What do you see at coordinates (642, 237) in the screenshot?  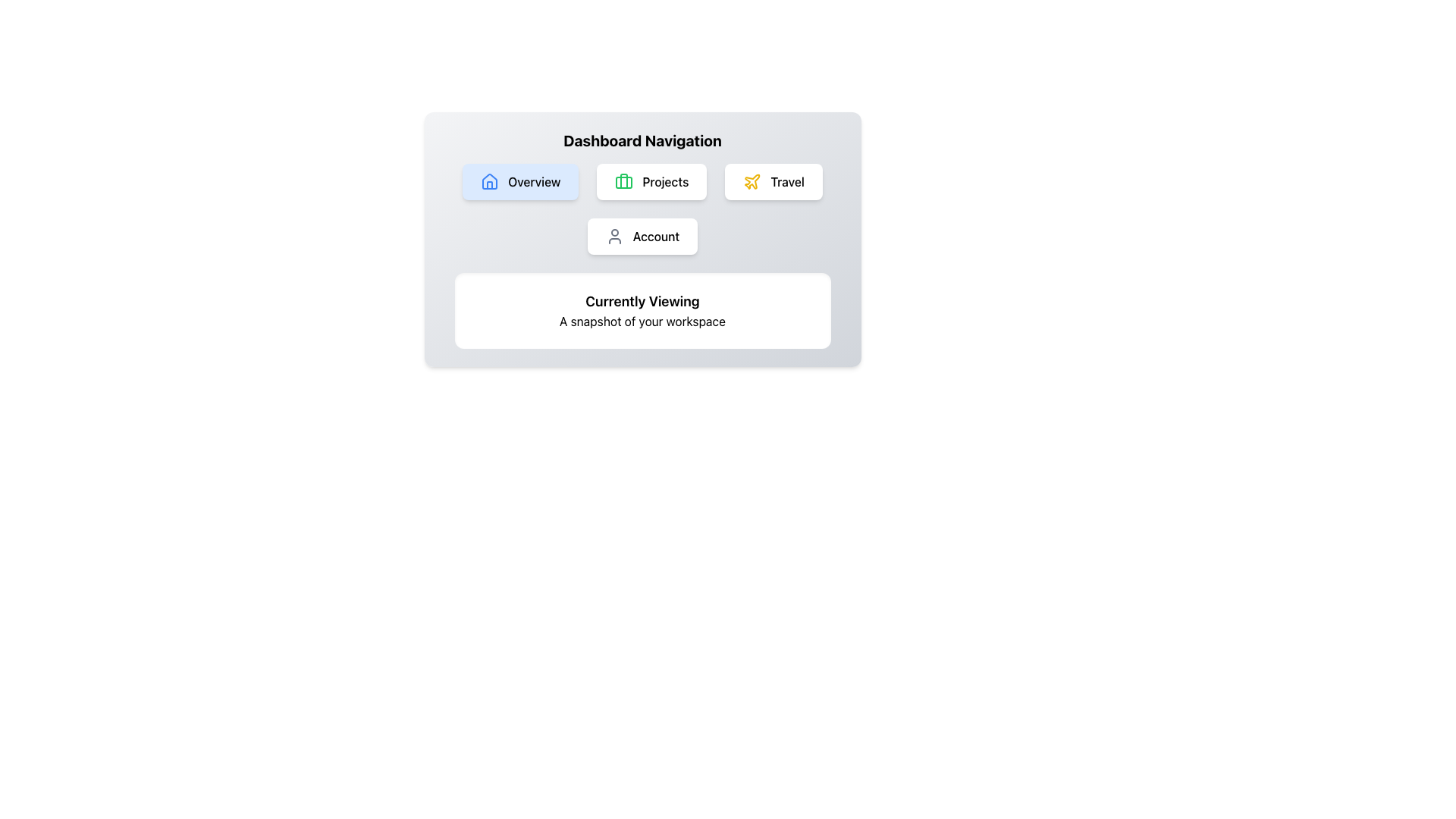 I see `the 'Account' button located at the bottom of the Dashboard Navigation component` at bounding box center [642, 237].